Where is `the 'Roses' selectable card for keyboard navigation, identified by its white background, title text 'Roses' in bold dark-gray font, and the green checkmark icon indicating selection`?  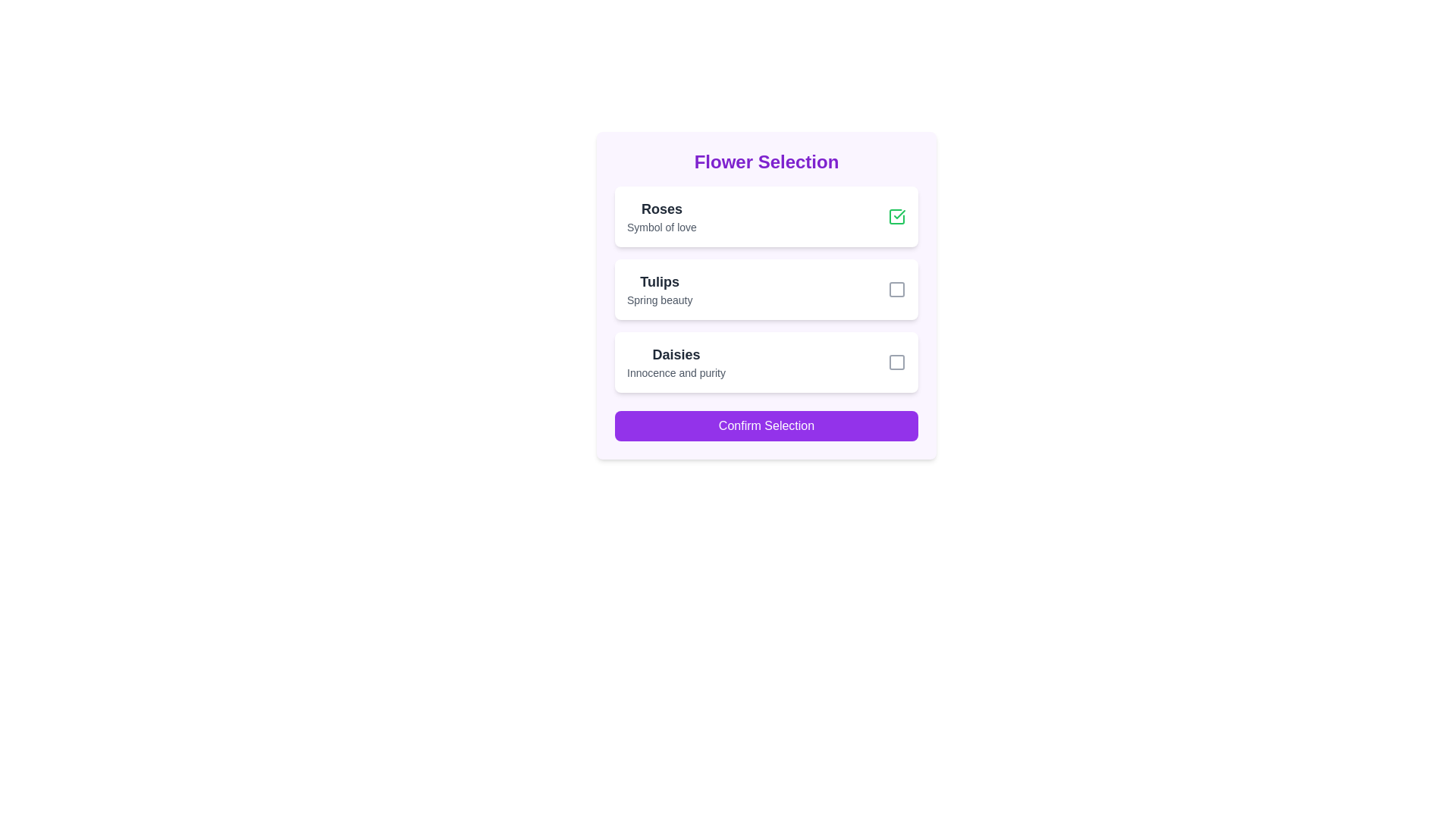 the 'Roses' selectable card for keyboard navigation, identified by its white background, title text 'Roses' in bold dark-gray font, and the green checkmark icon indicating selection is located at coordinates (767, 216).